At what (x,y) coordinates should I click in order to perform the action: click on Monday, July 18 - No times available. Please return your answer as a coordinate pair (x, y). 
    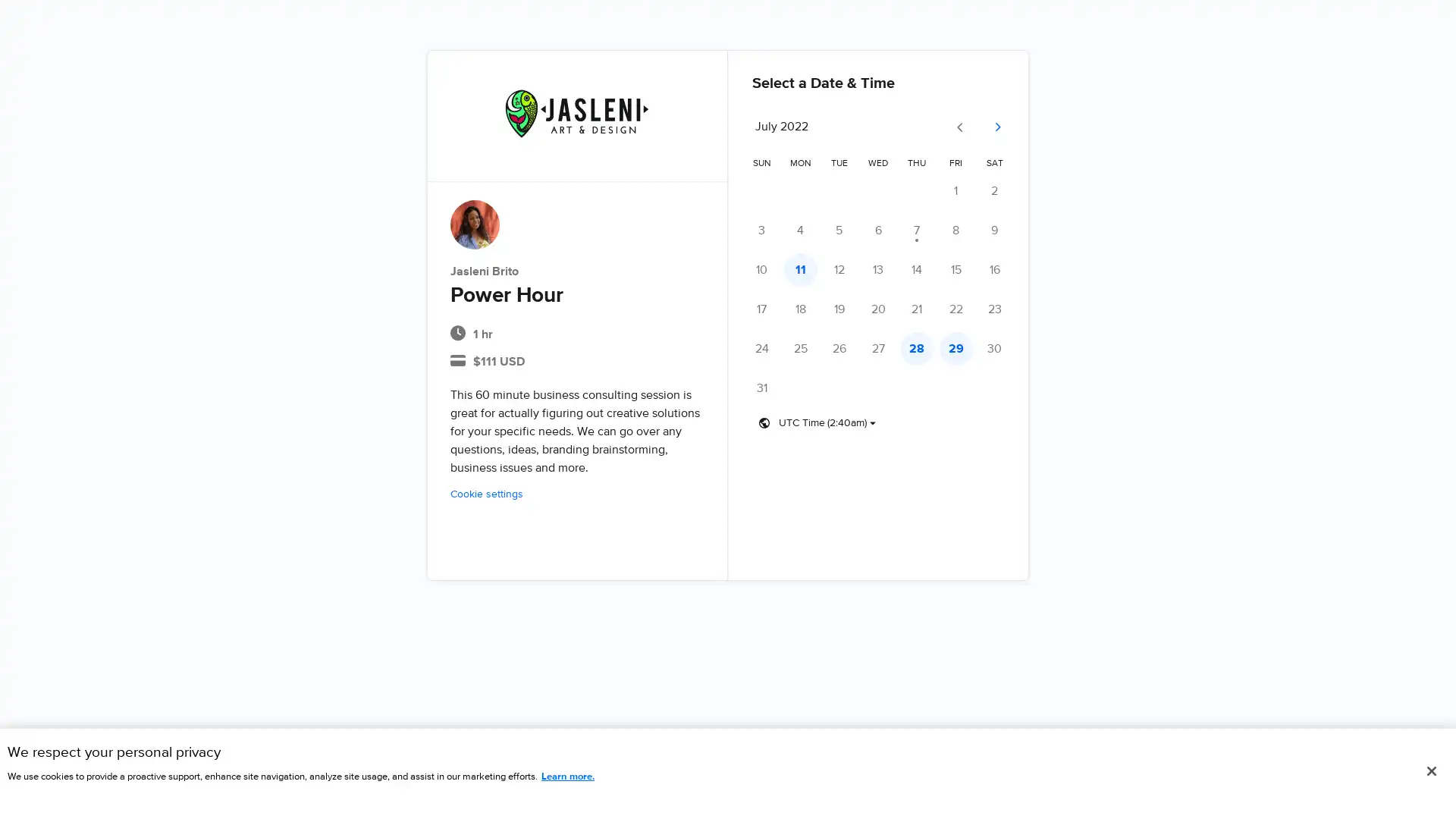
    Looking at the image, I should click on (800, 309).